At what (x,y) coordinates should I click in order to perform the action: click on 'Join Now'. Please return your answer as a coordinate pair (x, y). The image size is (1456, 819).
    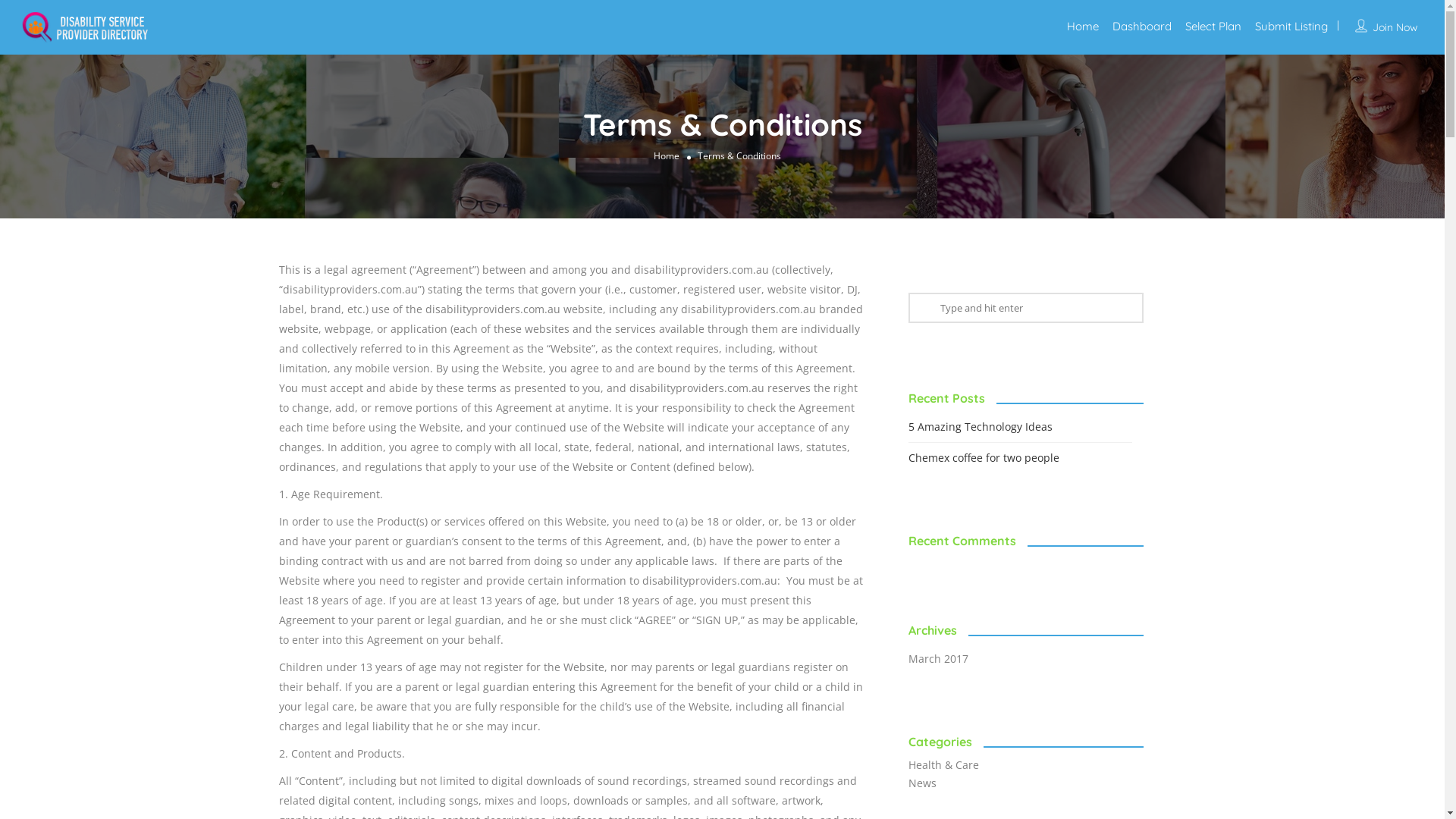
    Looking at the image, I should click on (1395, 27).